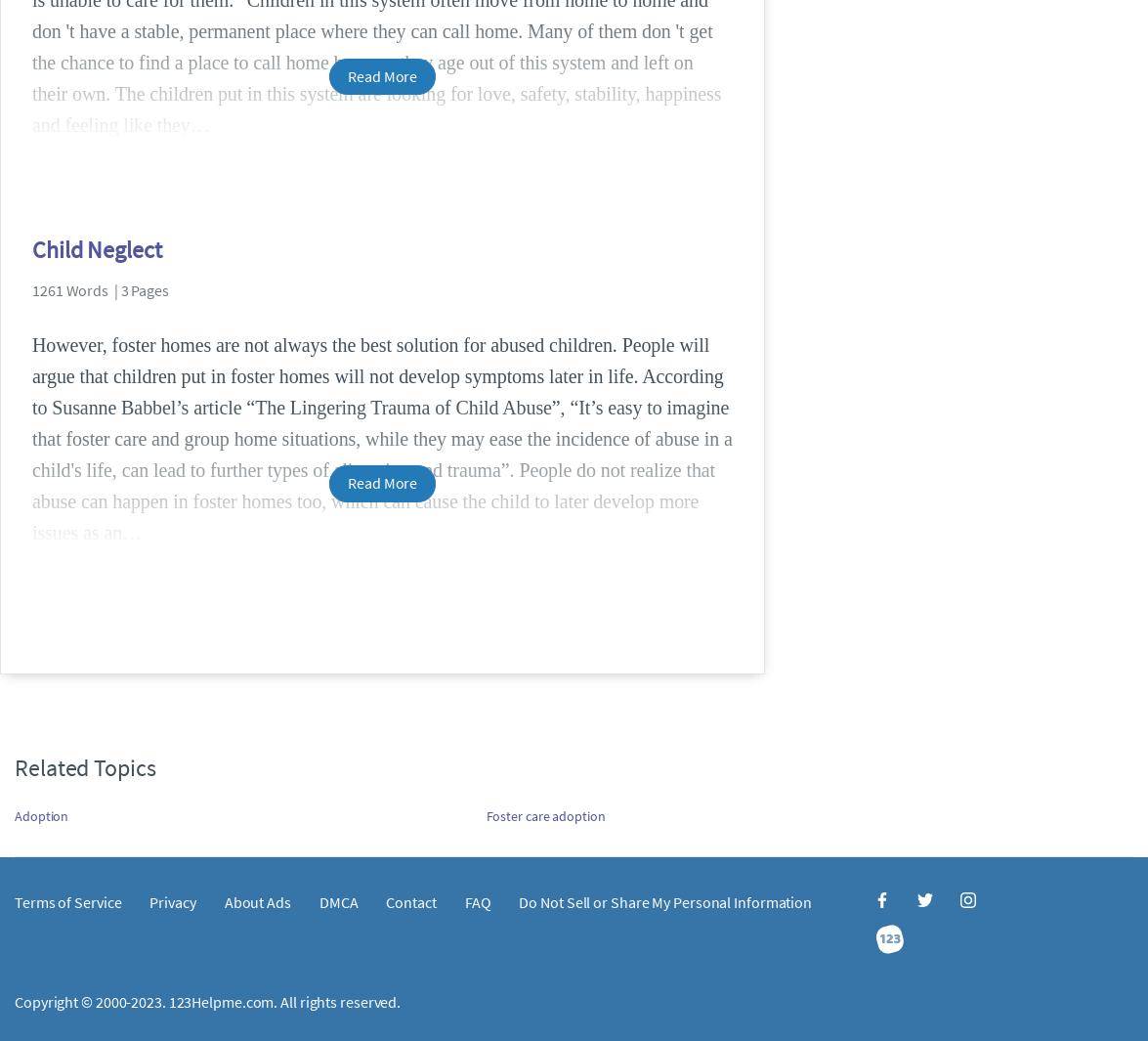 The height and width of the screenshot is (1041, 1148). What do you see at coordinates (207, 1000) in the screenshot?
I see `'Copyright © 2000-2023. 123Helpme.com. All rights reserved.'` at bounding box center [207, 1000].